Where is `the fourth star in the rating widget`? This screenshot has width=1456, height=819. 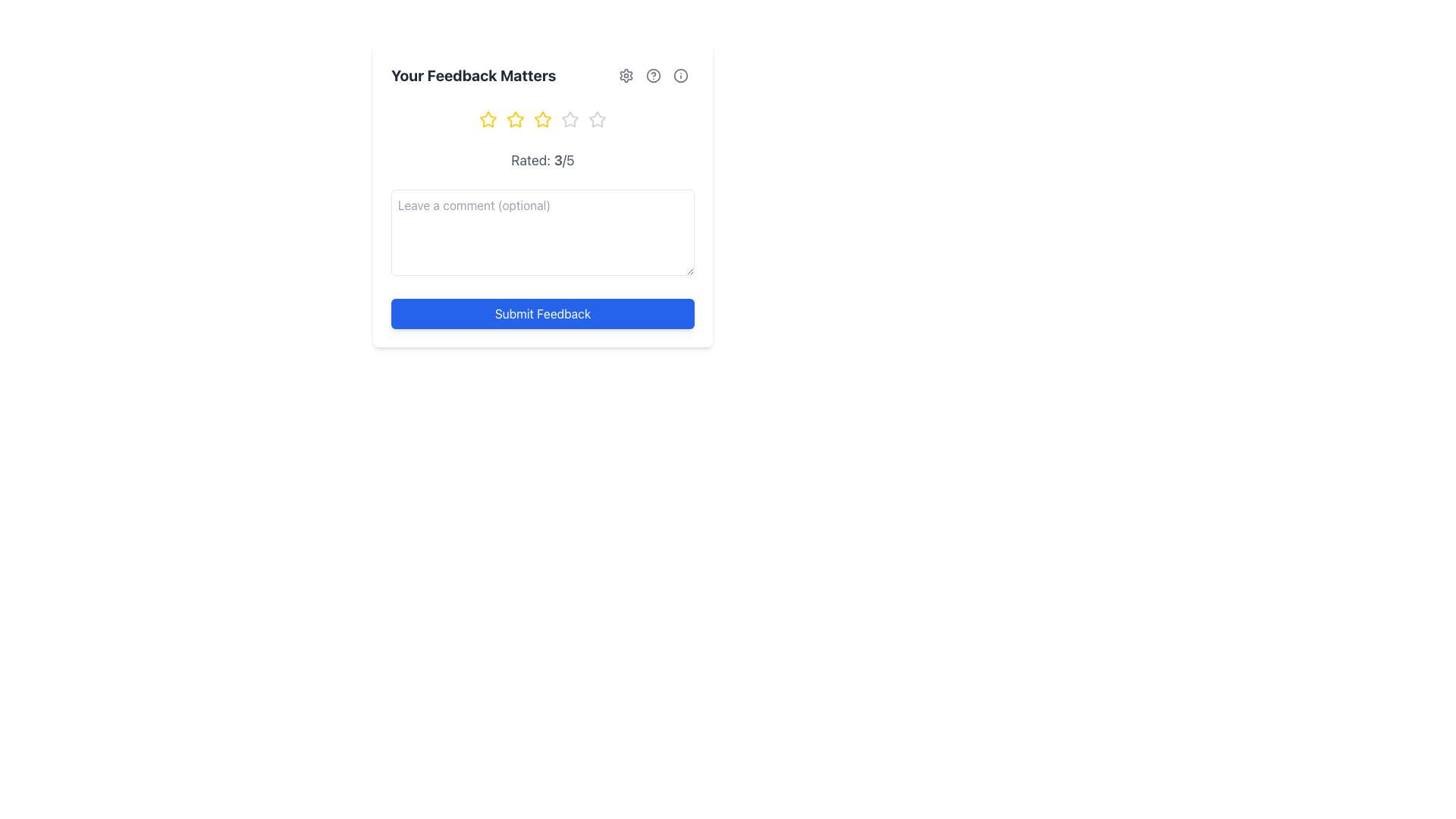 the fourth star in the rating widget is located at coordinates (596, 118).